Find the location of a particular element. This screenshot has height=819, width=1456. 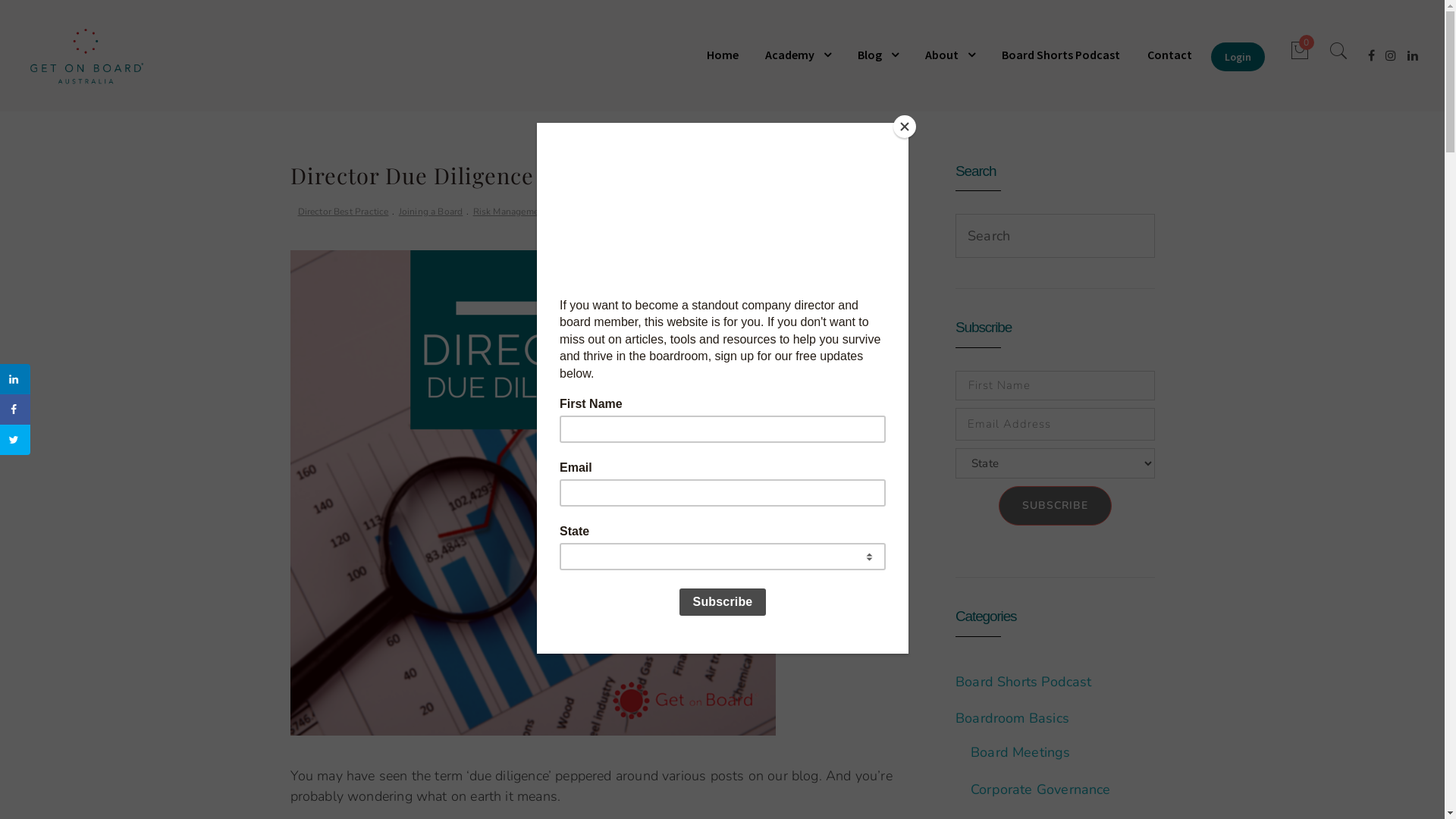

'Contact' is located at coordinates (1169, 54).